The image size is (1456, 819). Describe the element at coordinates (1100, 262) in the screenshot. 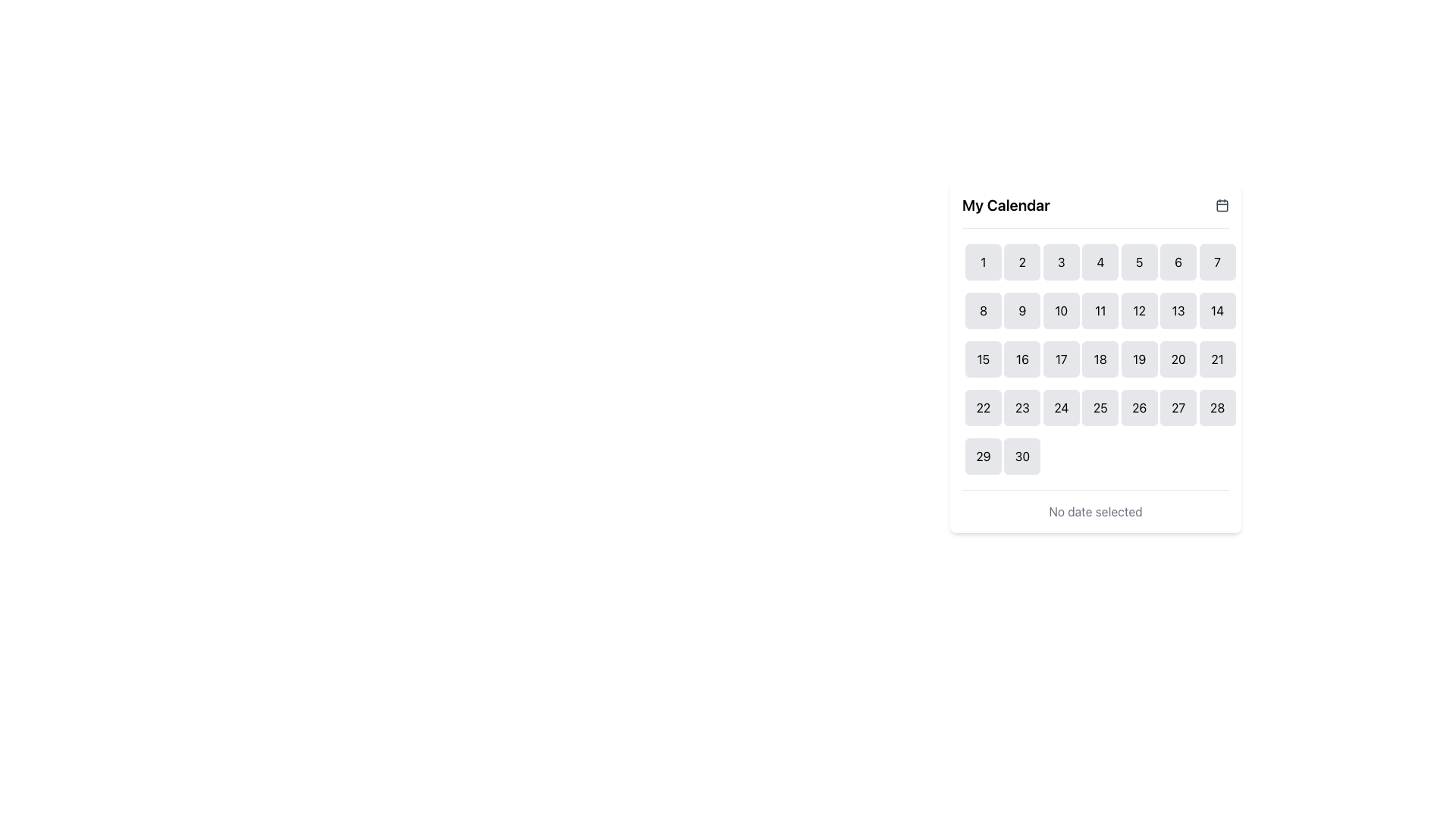

I see `the button labeled '4' in the calendar component` at that location.